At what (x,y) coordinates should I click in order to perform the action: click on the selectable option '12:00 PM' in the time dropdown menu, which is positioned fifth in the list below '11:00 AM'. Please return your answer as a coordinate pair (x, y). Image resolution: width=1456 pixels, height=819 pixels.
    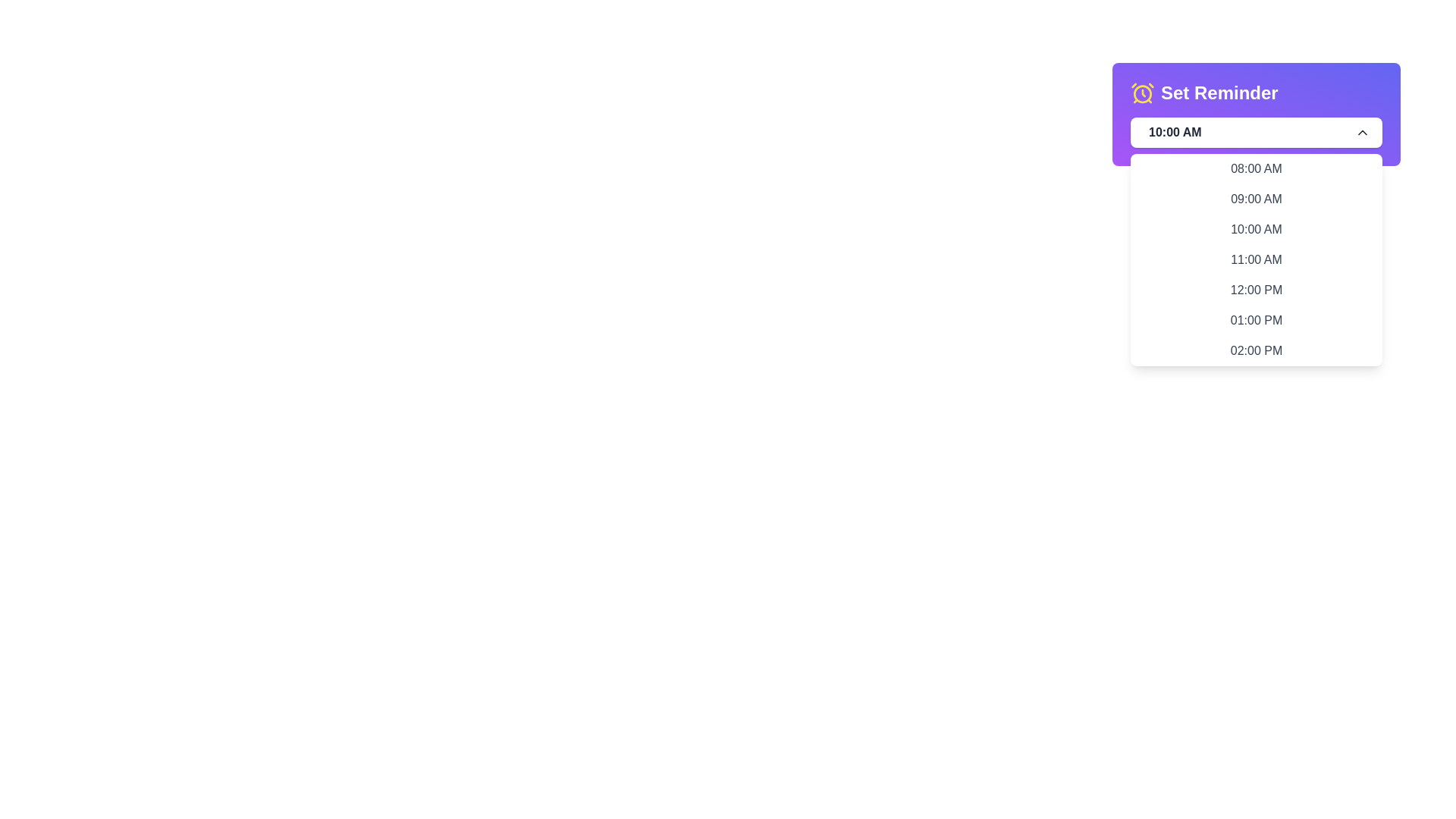
    Looking at the image, I should click on (1256, 290).